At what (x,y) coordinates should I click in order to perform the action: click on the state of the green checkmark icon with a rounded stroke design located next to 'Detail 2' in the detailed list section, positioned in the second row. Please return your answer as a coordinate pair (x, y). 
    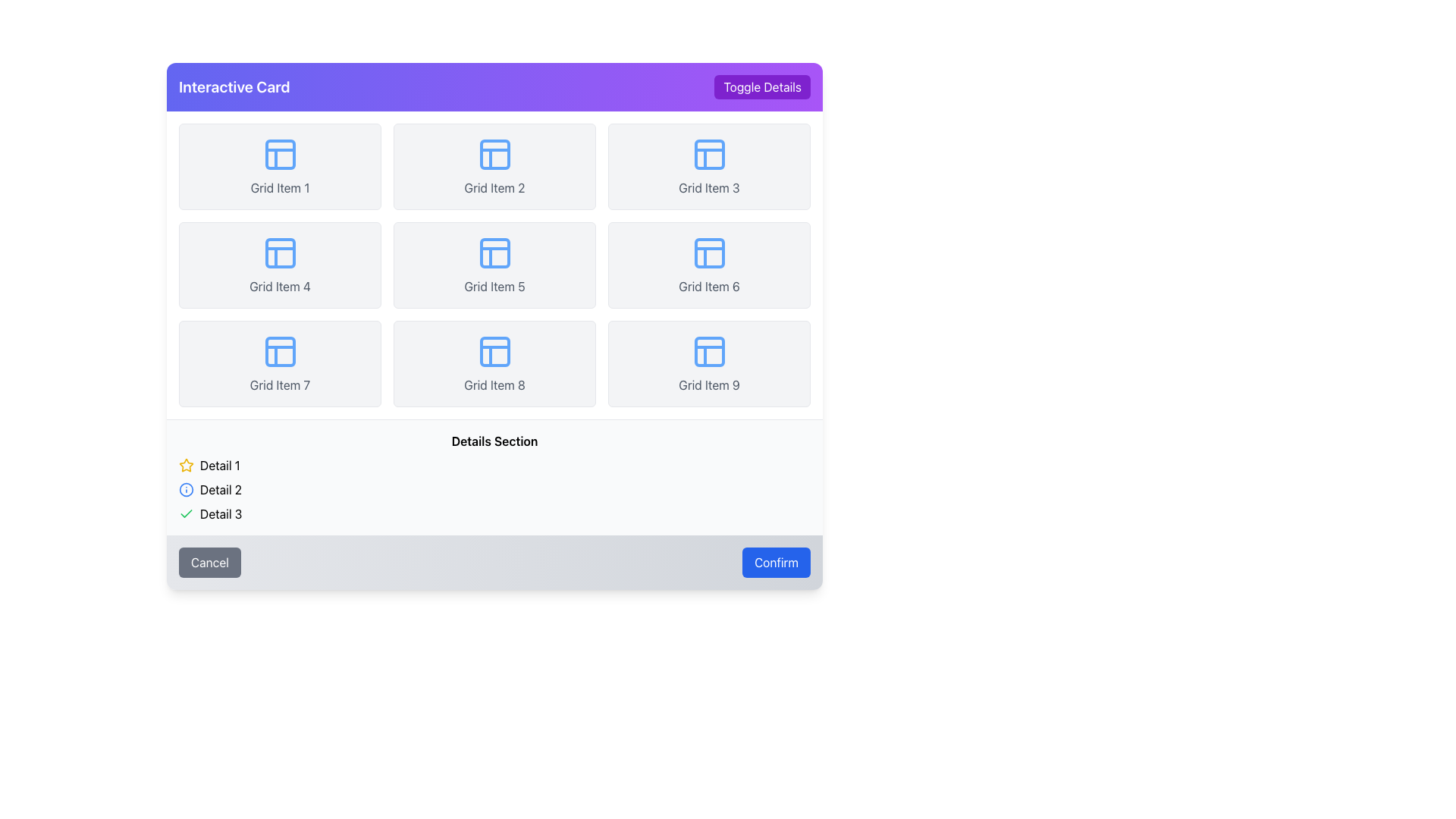
    Looking at the image, I should click on (185, 513).